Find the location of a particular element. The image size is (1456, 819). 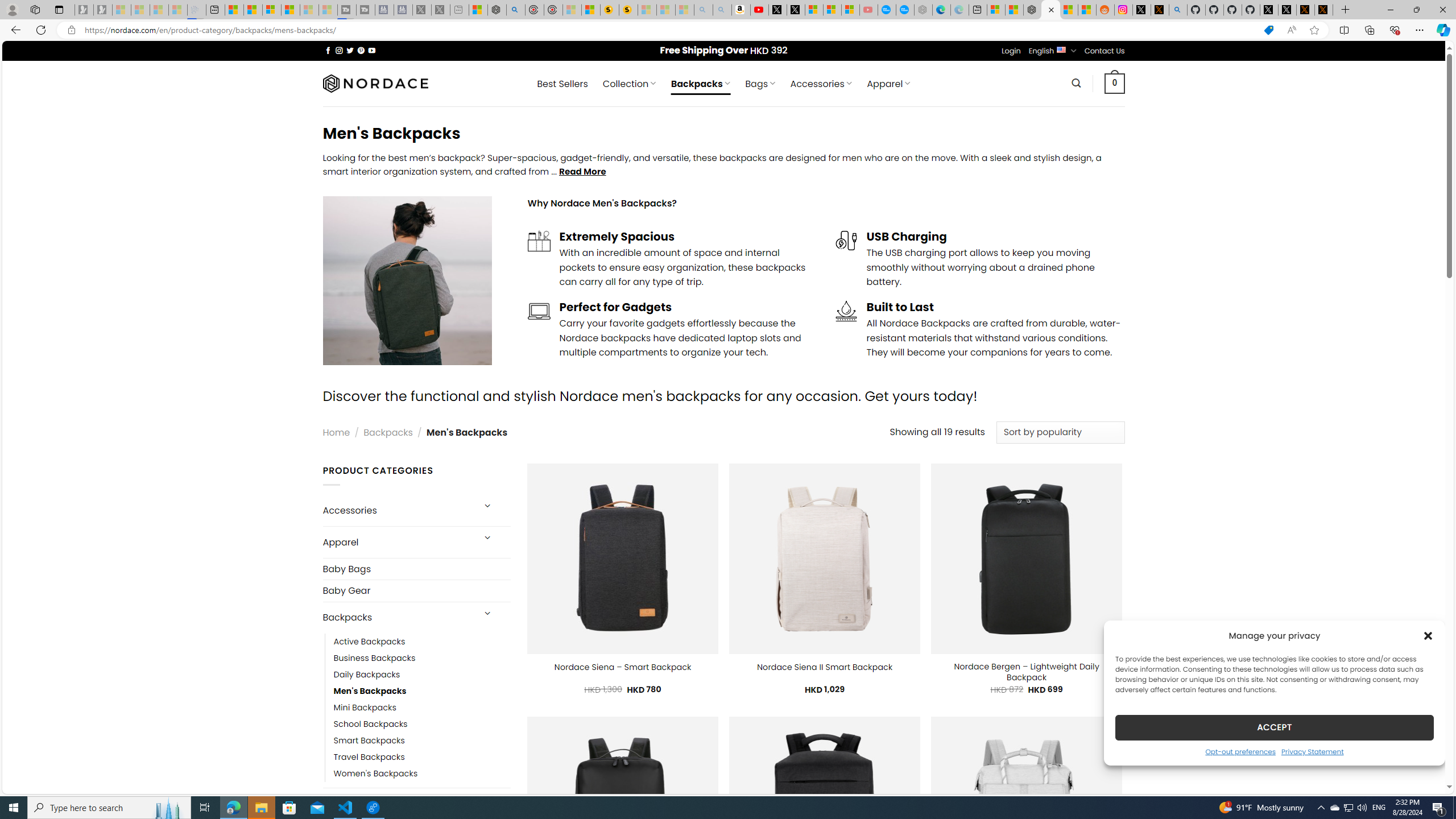

'Read More' is located at coordinates (582, 171).